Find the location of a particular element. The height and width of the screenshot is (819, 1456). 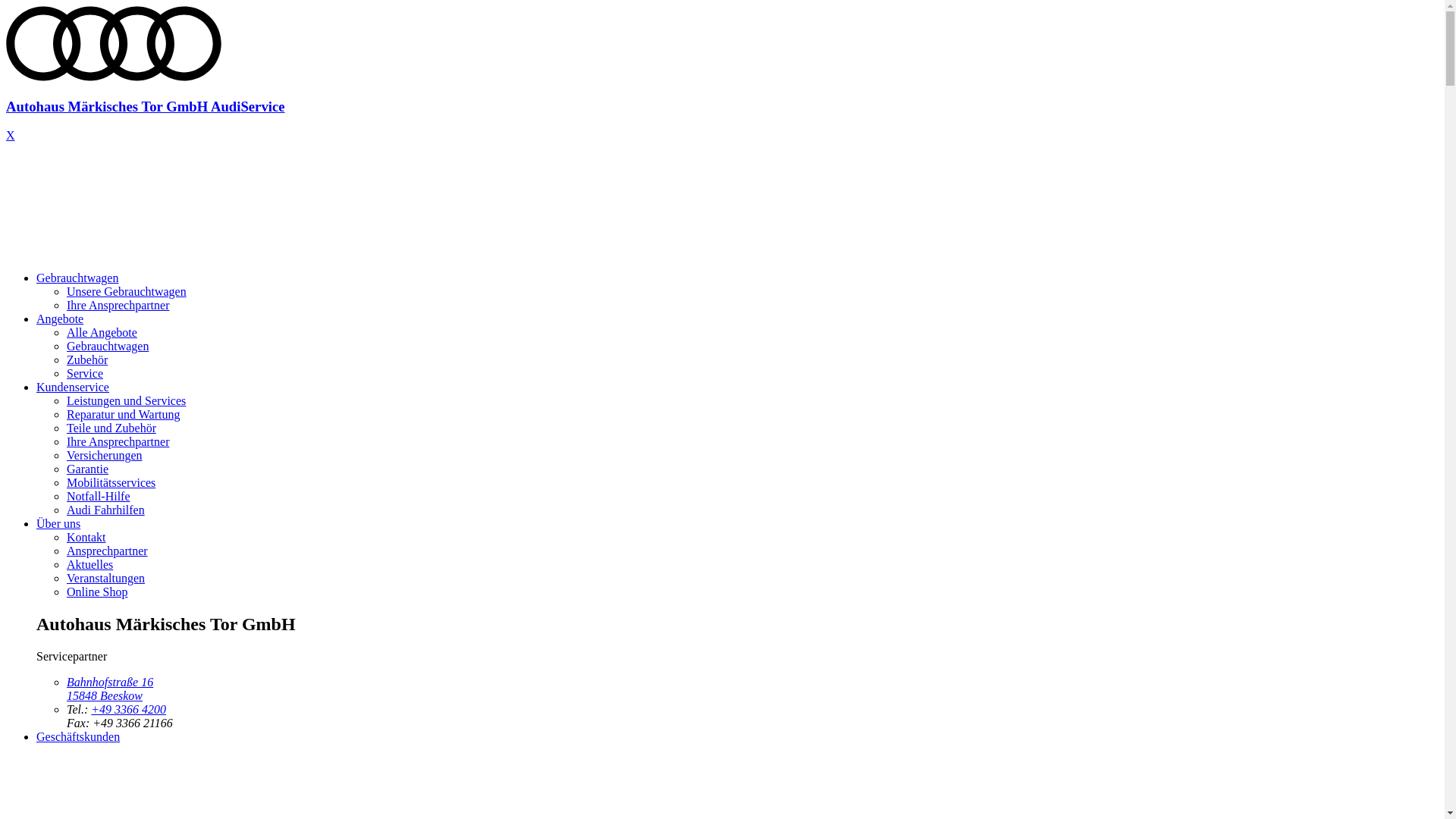

'Reparatur und Wartung' is located at coordinates (123, 414).